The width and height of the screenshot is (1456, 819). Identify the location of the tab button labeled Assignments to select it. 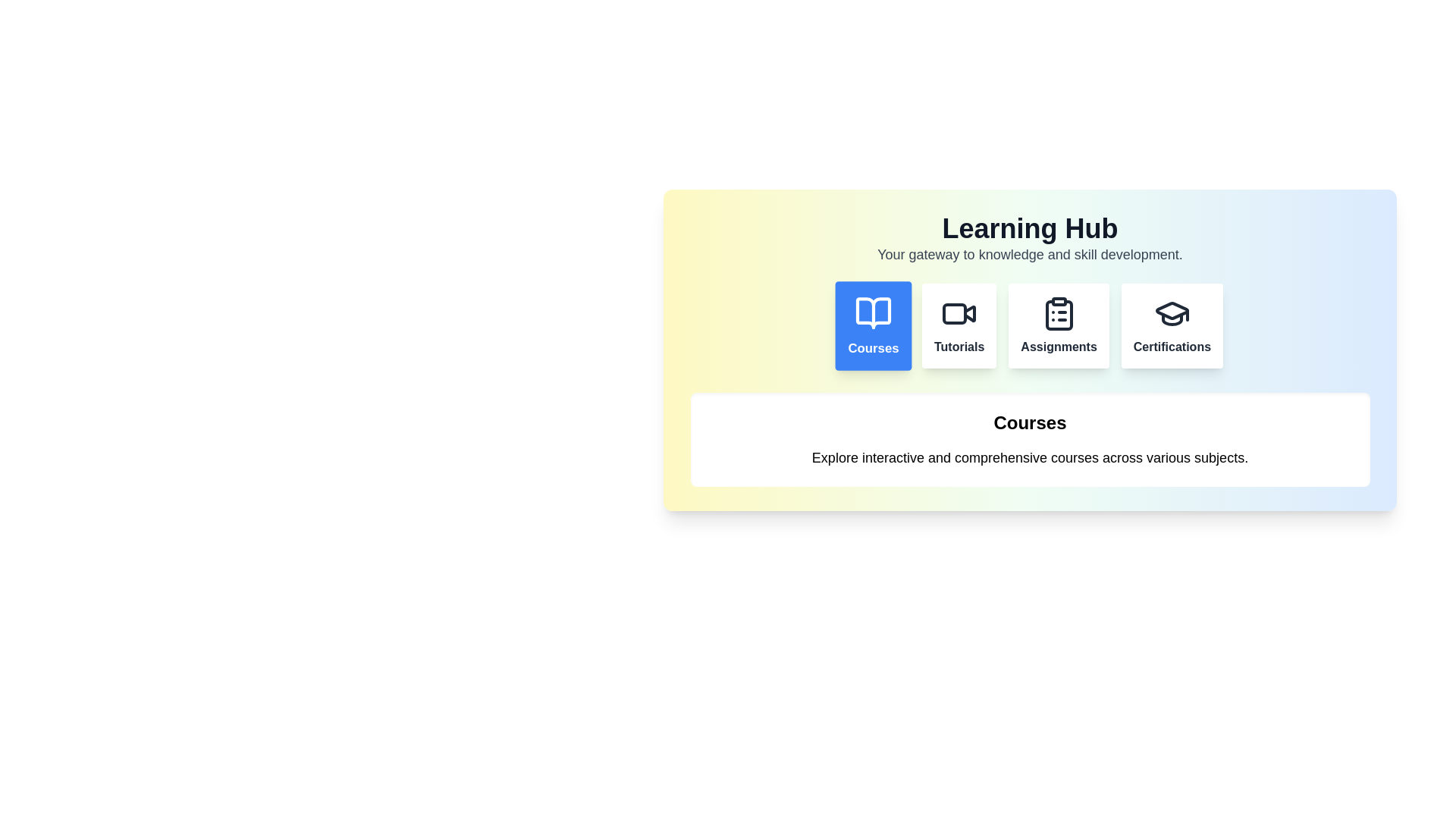
(1058, 325).